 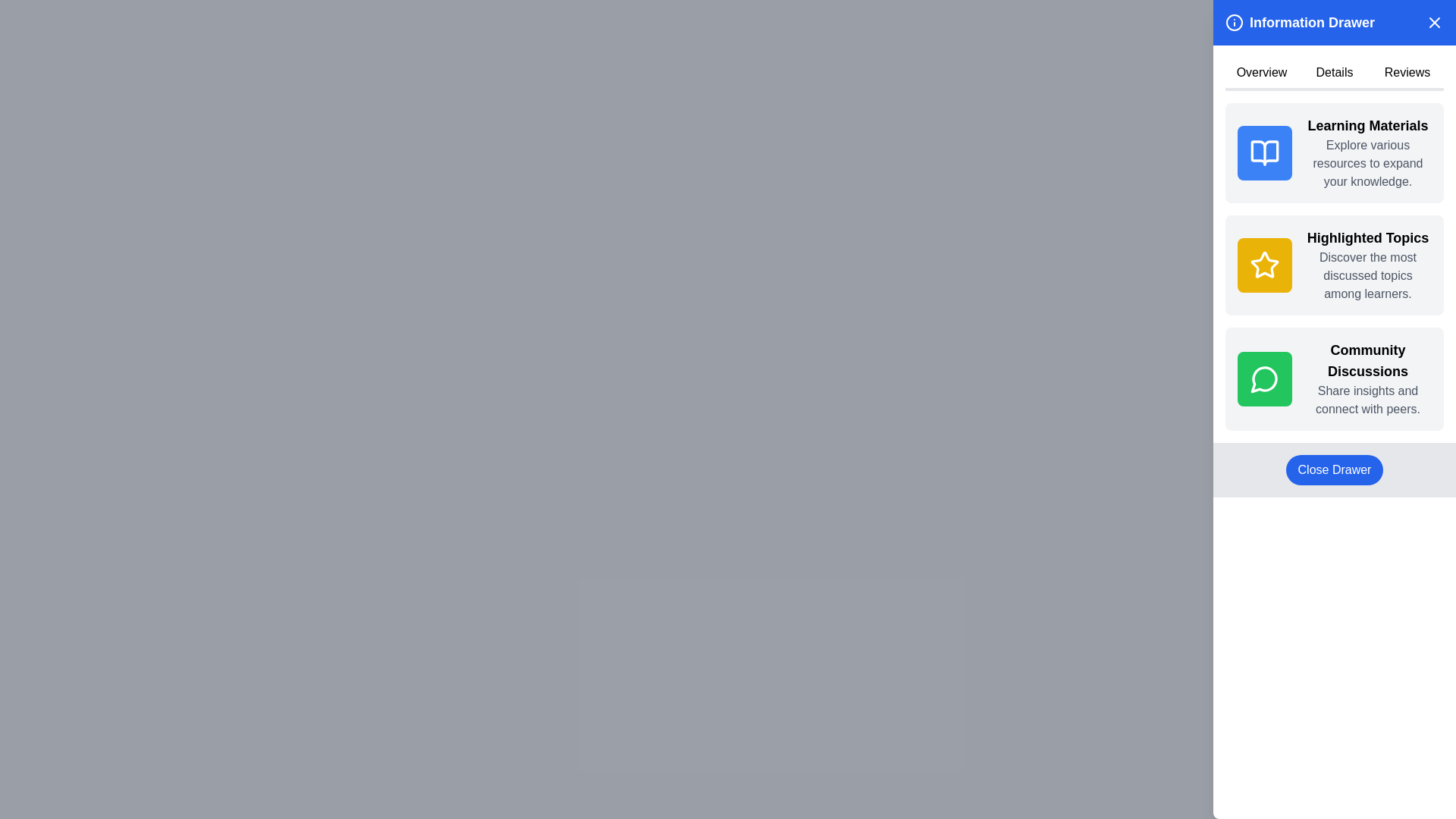 I want to click on on the 'Community Discussions' informative card located at the bottom of the content blocks in the 'Information Drawer' section, so click(x=1335, y=378).